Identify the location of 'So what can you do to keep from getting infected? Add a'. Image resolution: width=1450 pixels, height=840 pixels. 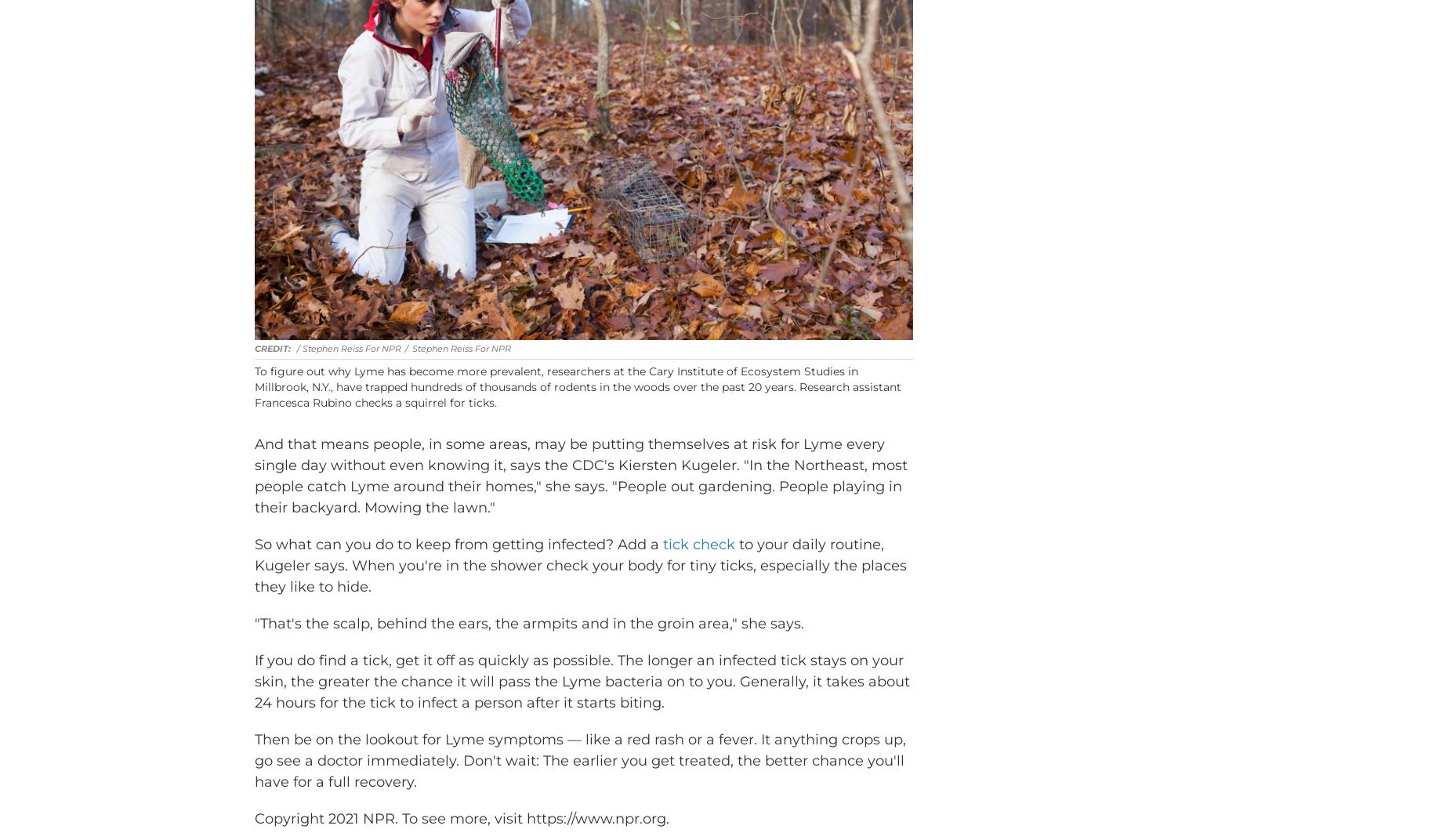
(459, 567).